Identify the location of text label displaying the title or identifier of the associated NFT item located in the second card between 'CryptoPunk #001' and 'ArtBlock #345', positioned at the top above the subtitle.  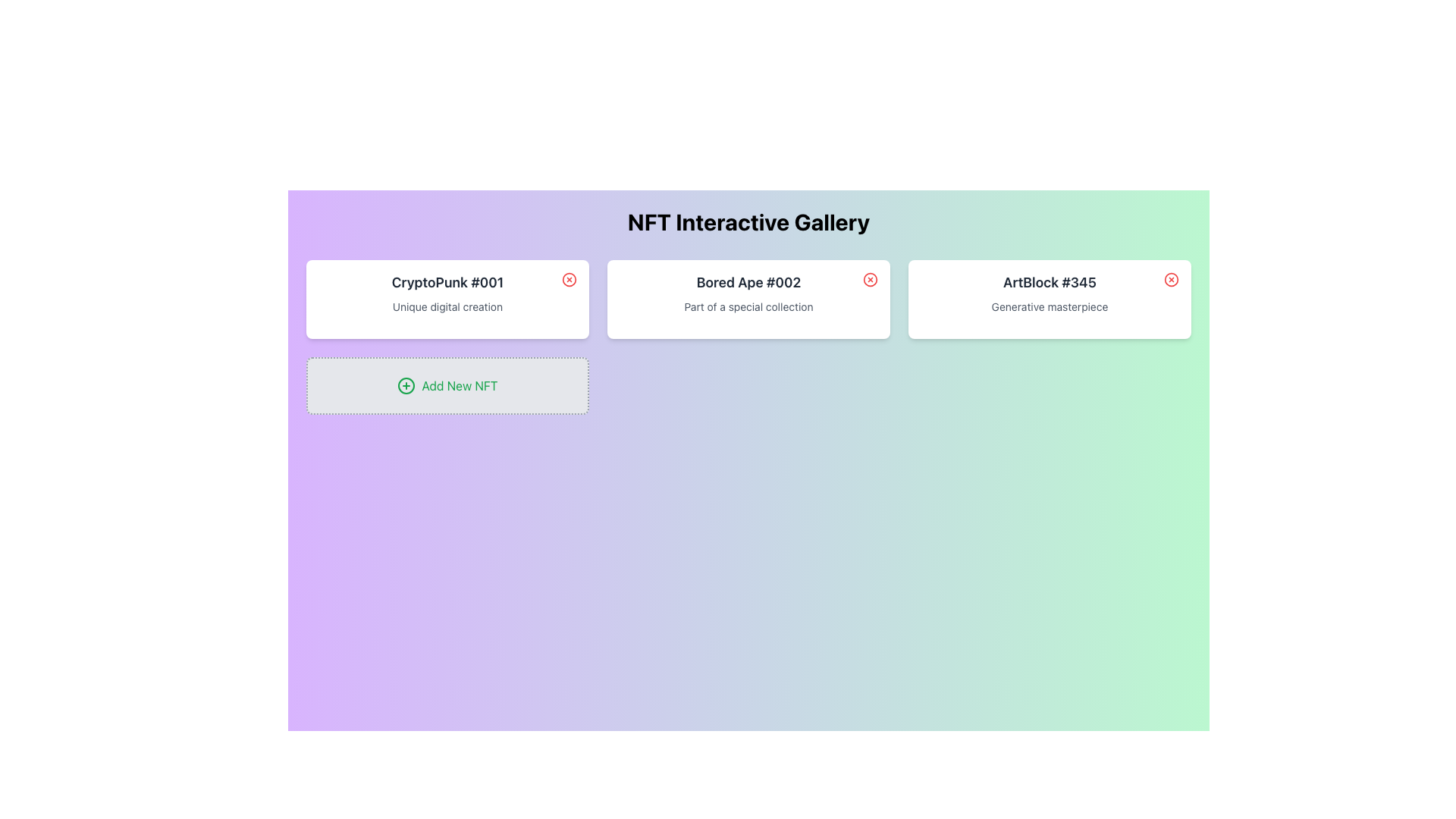
(748, 283).